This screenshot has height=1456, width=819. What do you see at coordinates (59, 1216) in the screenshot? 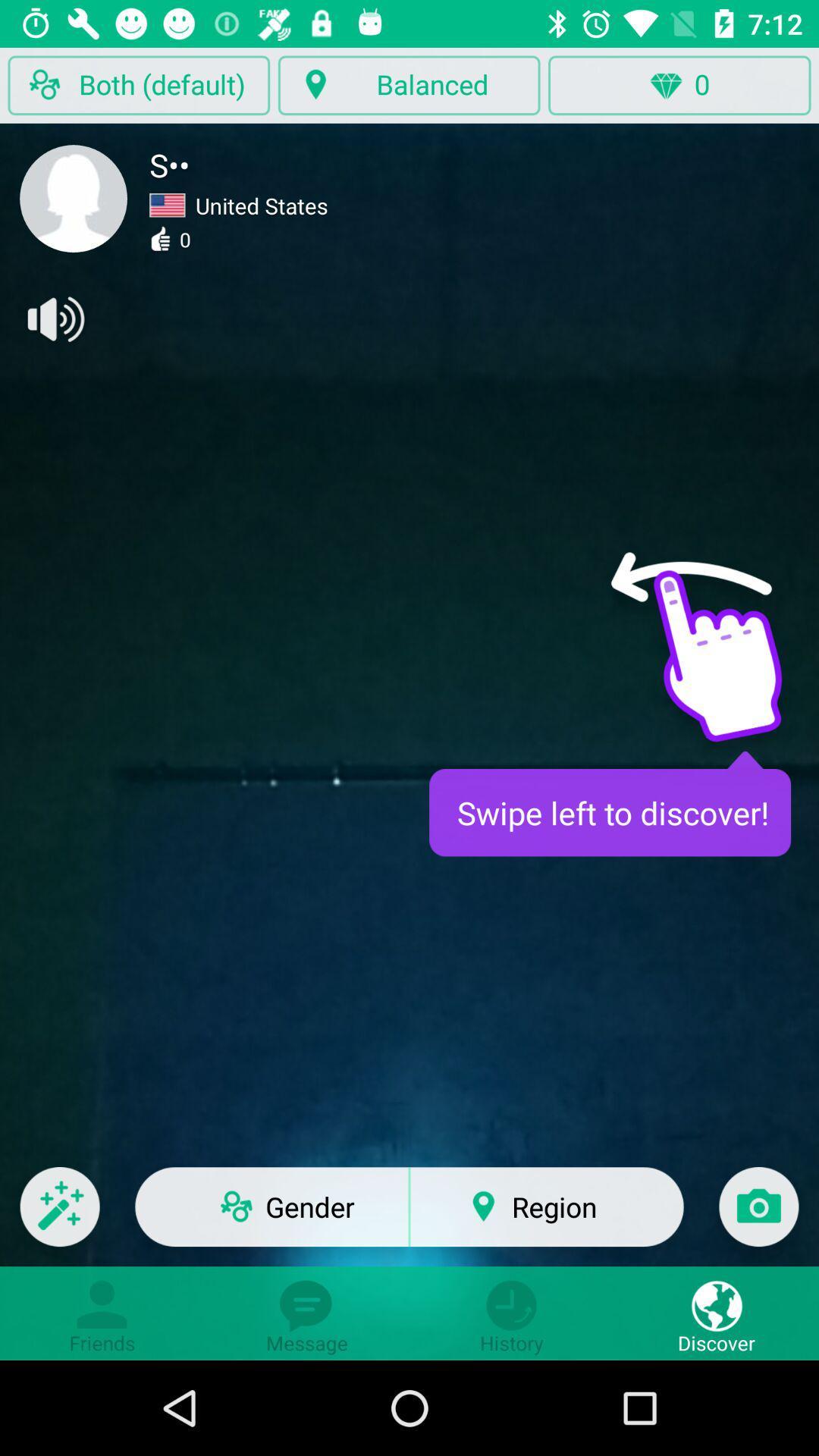
I see `the edit icon` at bounding box center [59, 1216].